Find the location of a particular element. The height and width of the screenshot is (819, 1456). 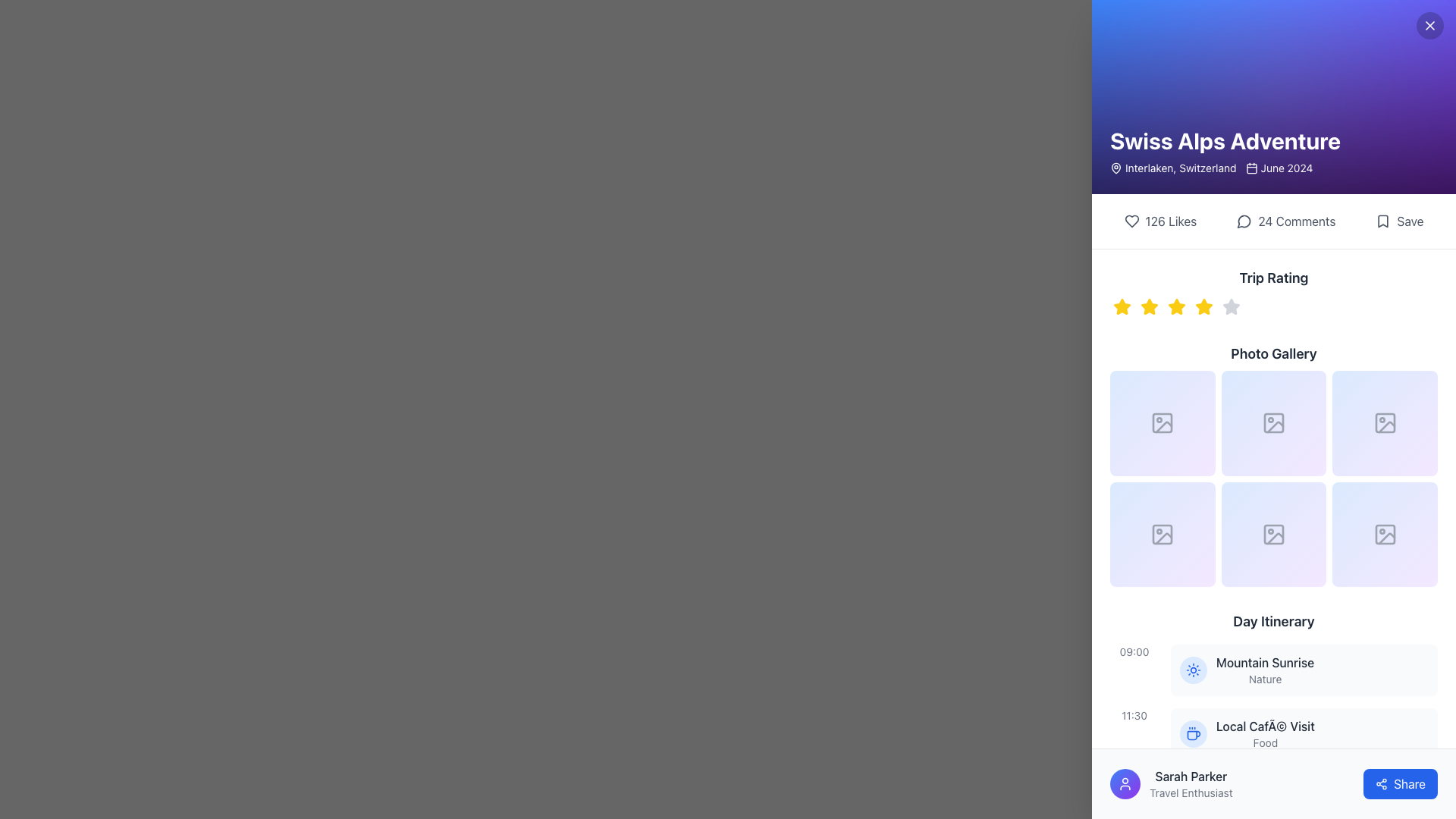

the interactive button located in the top section of the right panel, which is the first button in a horizontal group of 'Likes', 'Comments', and 'Save' is located at coordinates (1159, 221).